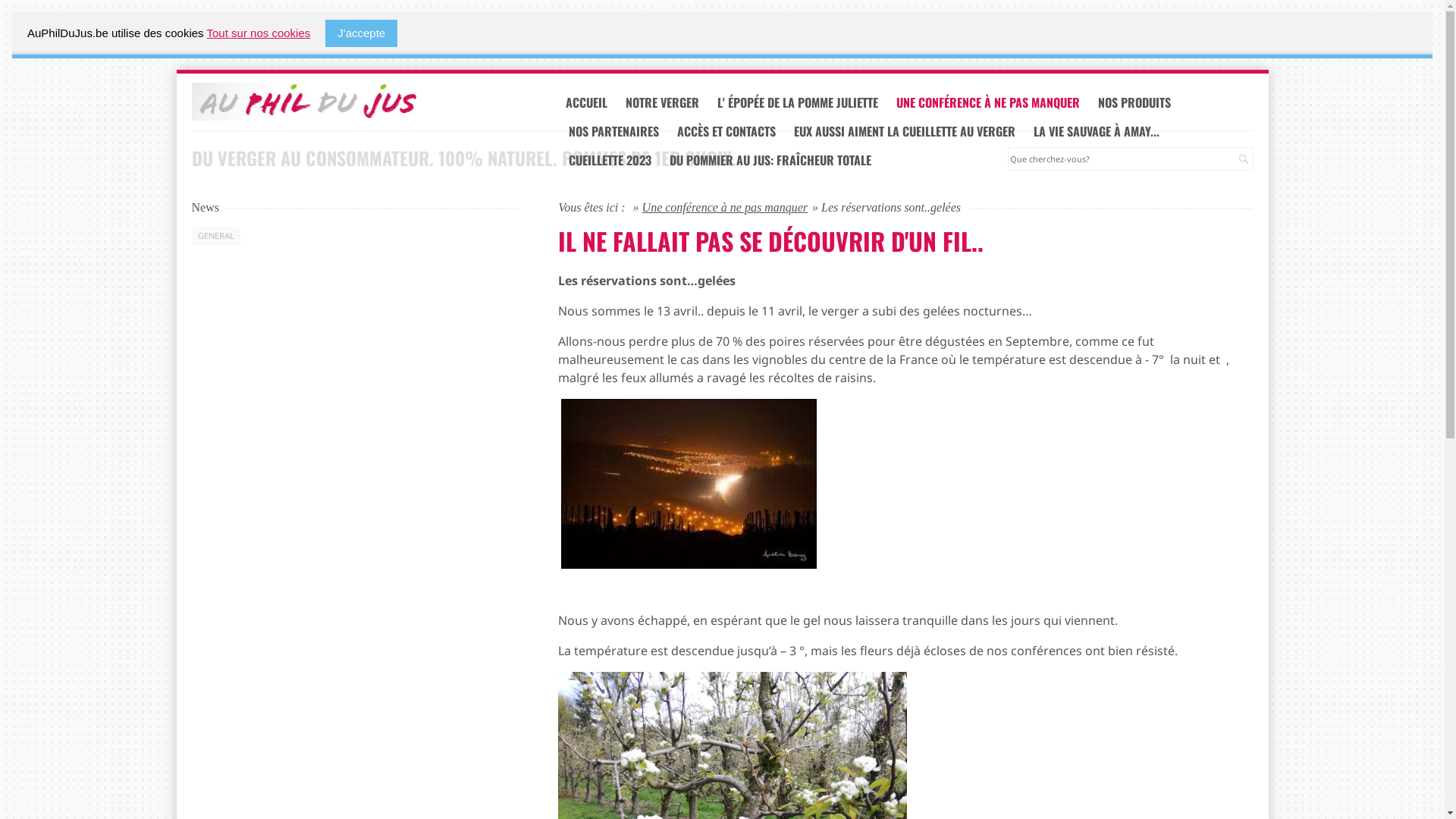  I want to click on 'ACCUEIL', so click(584, 102).